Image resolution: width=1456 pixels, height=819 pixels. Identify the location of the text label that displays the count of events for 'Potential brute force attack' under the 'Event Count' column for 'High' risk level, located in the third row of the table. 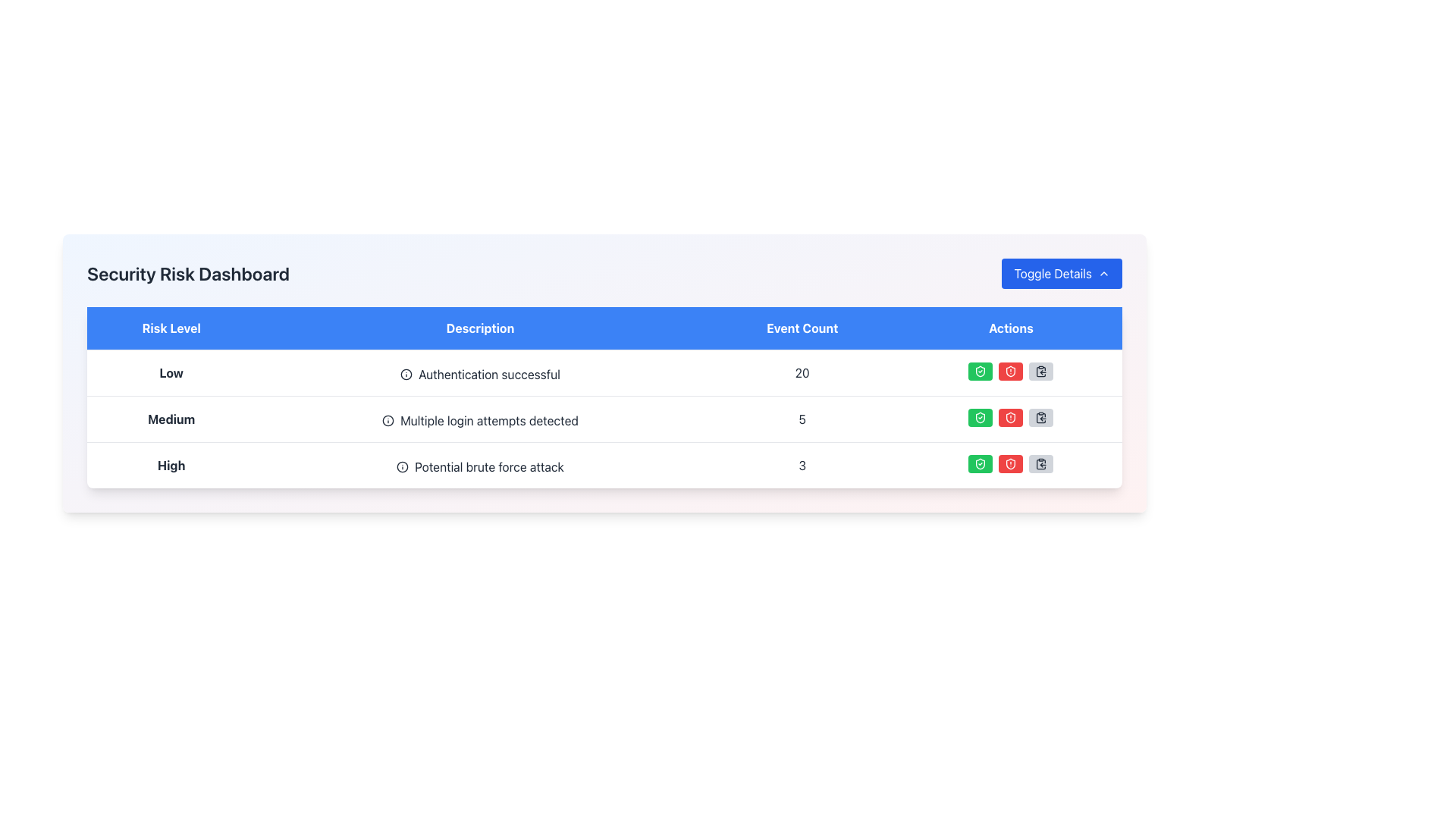
(802, 464).